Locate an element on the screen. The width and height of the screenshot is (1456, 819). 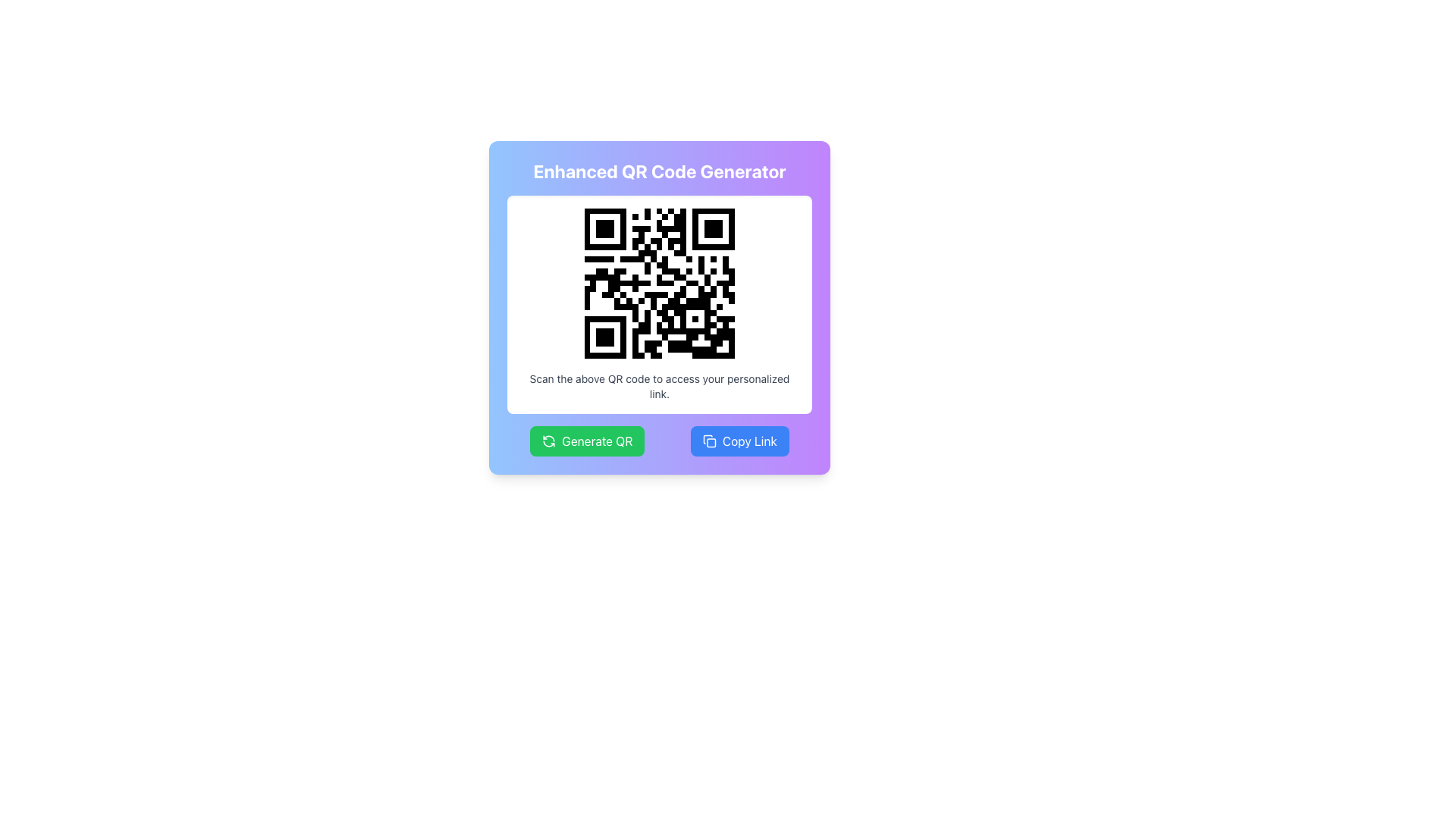
the 'Copy Link' text label within the blue rectangular button is located at coordinates (749, 441).